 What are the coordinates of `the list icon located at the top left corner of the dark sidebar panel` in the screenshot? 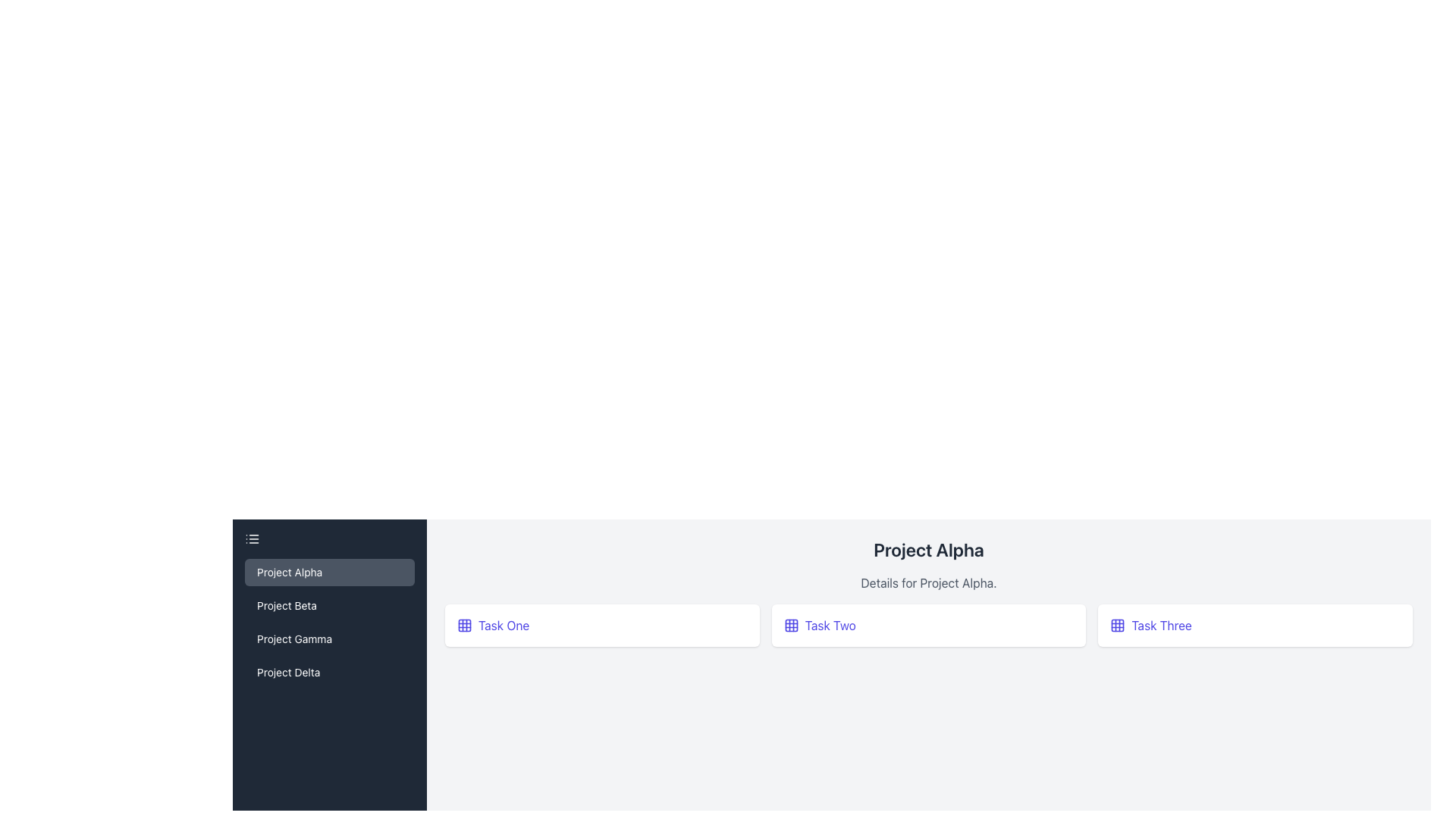 It's located at (252, 538).